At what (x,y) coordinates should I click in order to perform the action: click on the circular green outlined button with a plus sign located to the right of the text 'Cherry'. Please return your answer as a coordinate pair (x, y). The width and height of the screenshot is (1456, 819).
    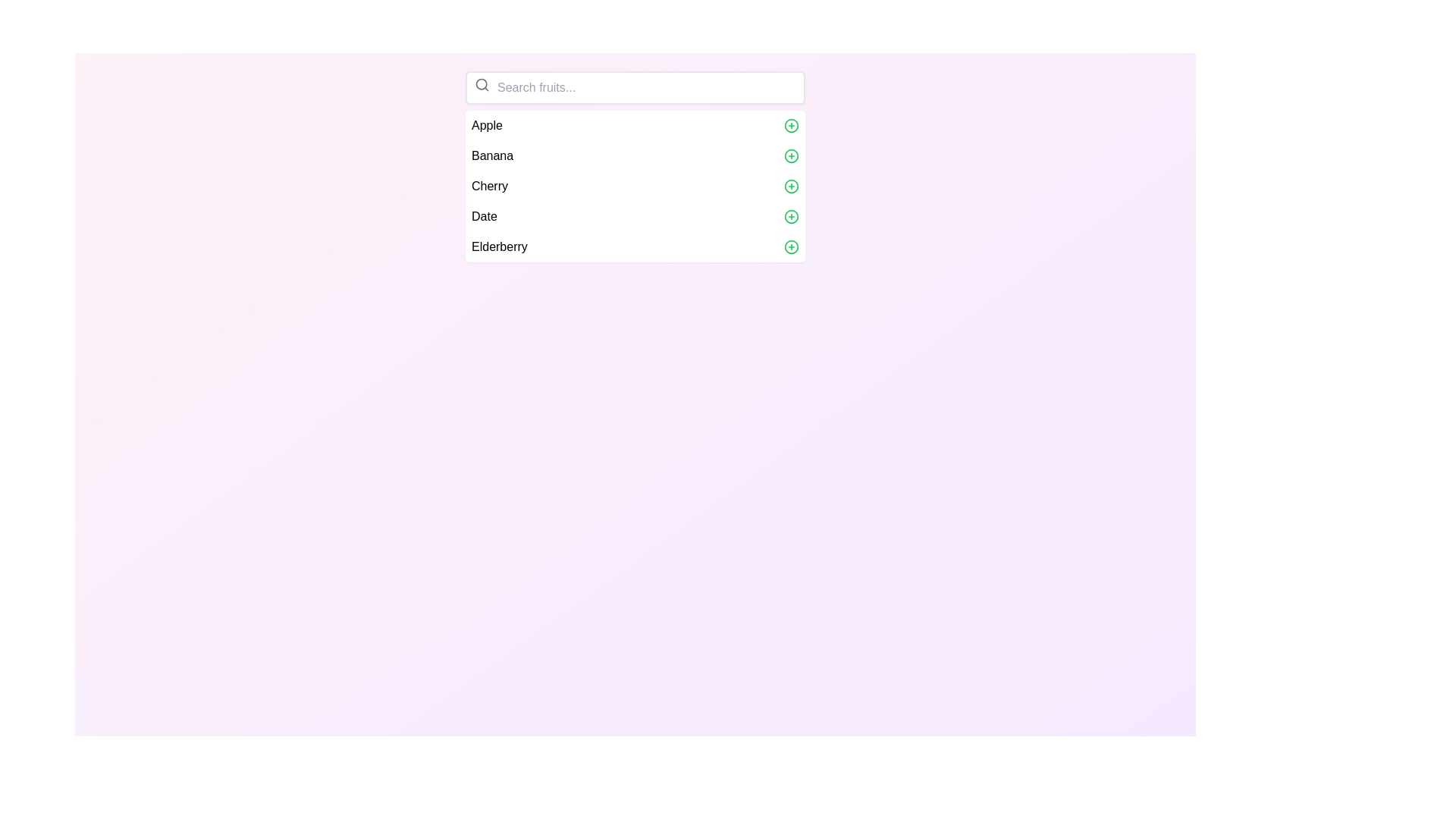
    Looking at the image, I should click on (790, 186).